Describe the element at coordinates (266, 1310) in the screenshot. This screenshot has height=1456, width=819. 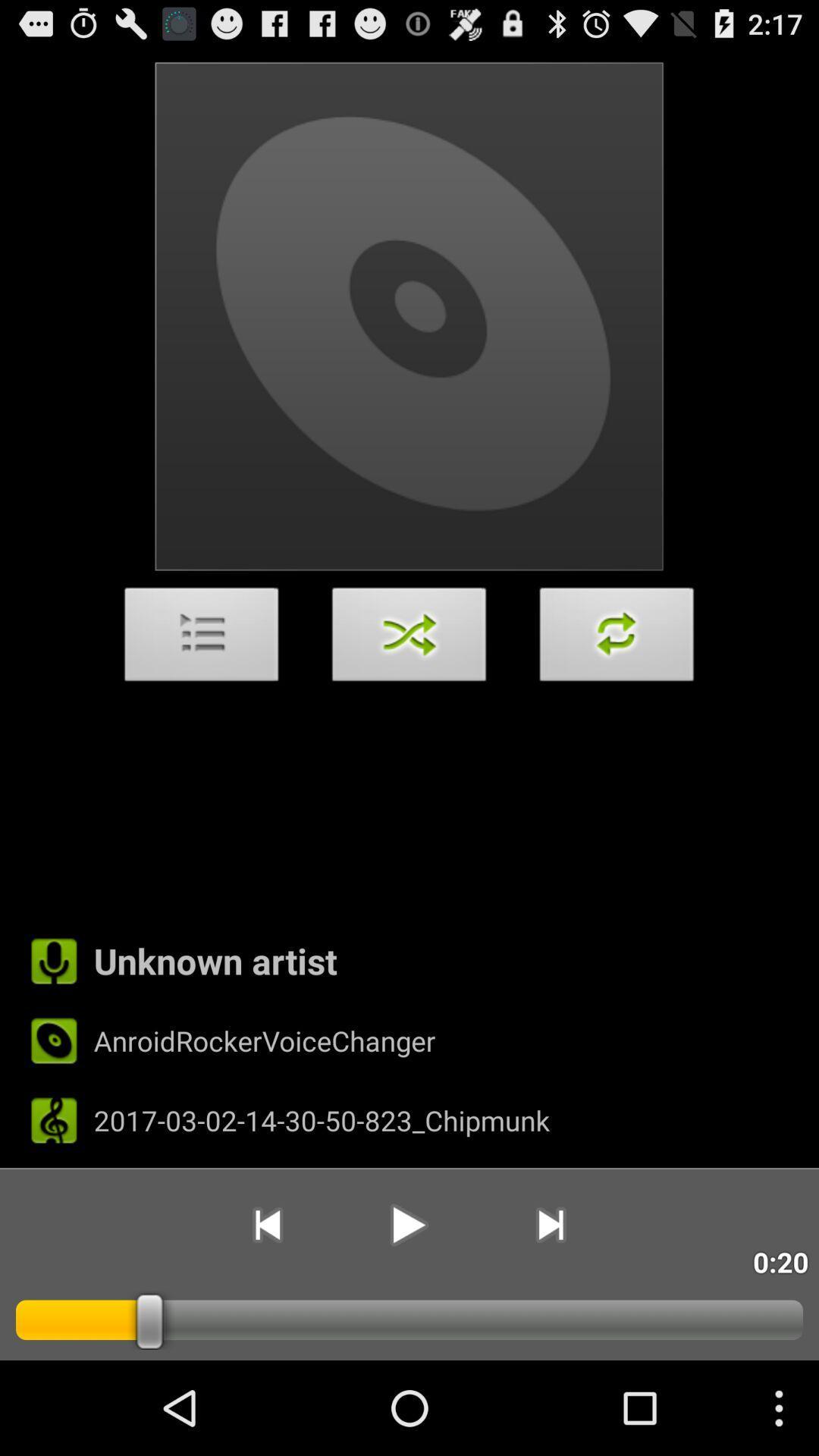
I see `the skip_previous icon` at that location.